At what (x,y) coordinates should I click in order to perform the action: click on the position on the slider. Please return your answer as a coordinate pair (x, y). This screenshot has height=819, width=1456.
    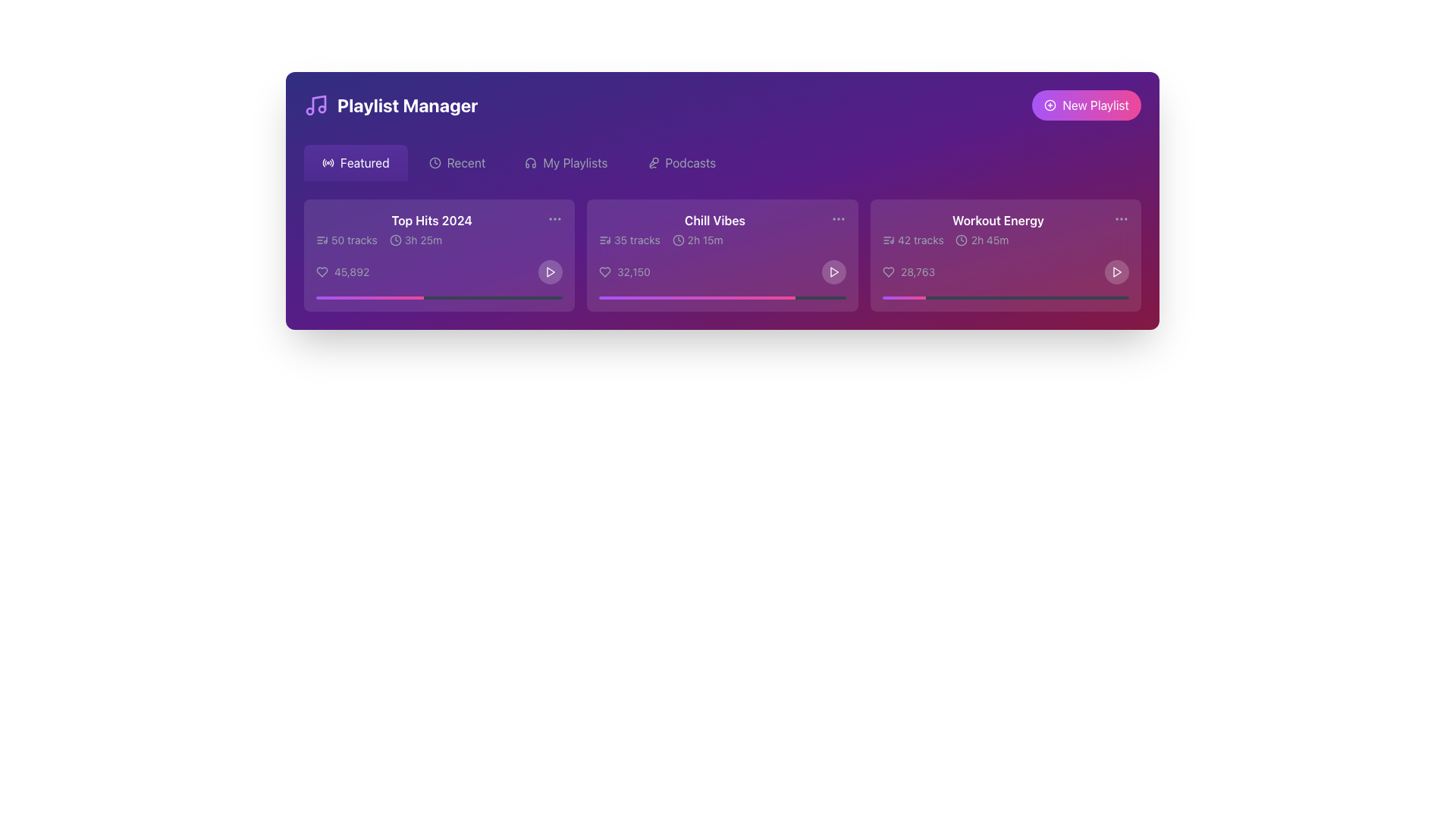
    Looking at the image, I should click on (602, 298).